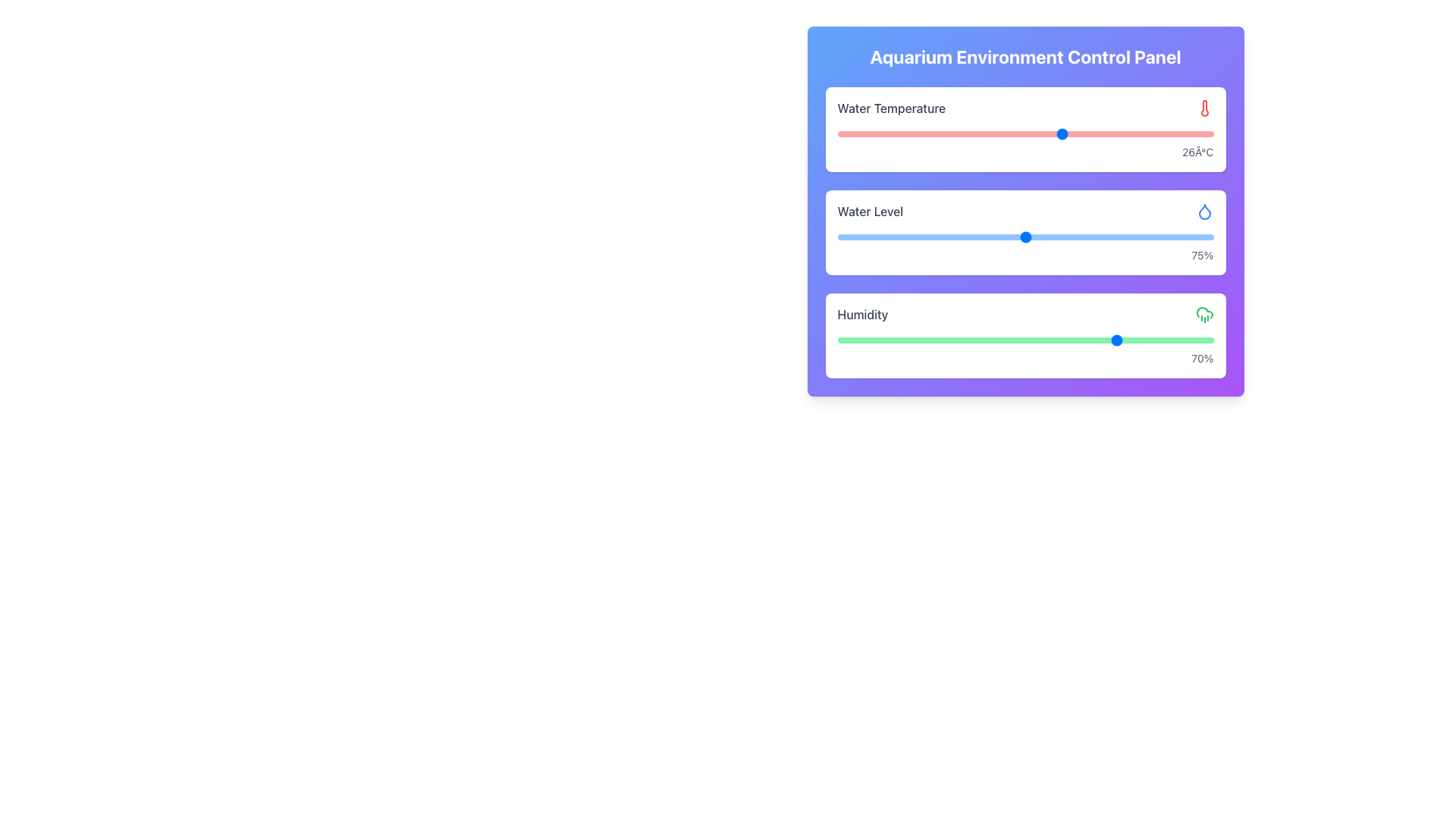 The image size is (1456, 819). What do you see at coordinates (1043, 339) in the screenshot?
I see `the humidity` at bounding box center [1043, 339].